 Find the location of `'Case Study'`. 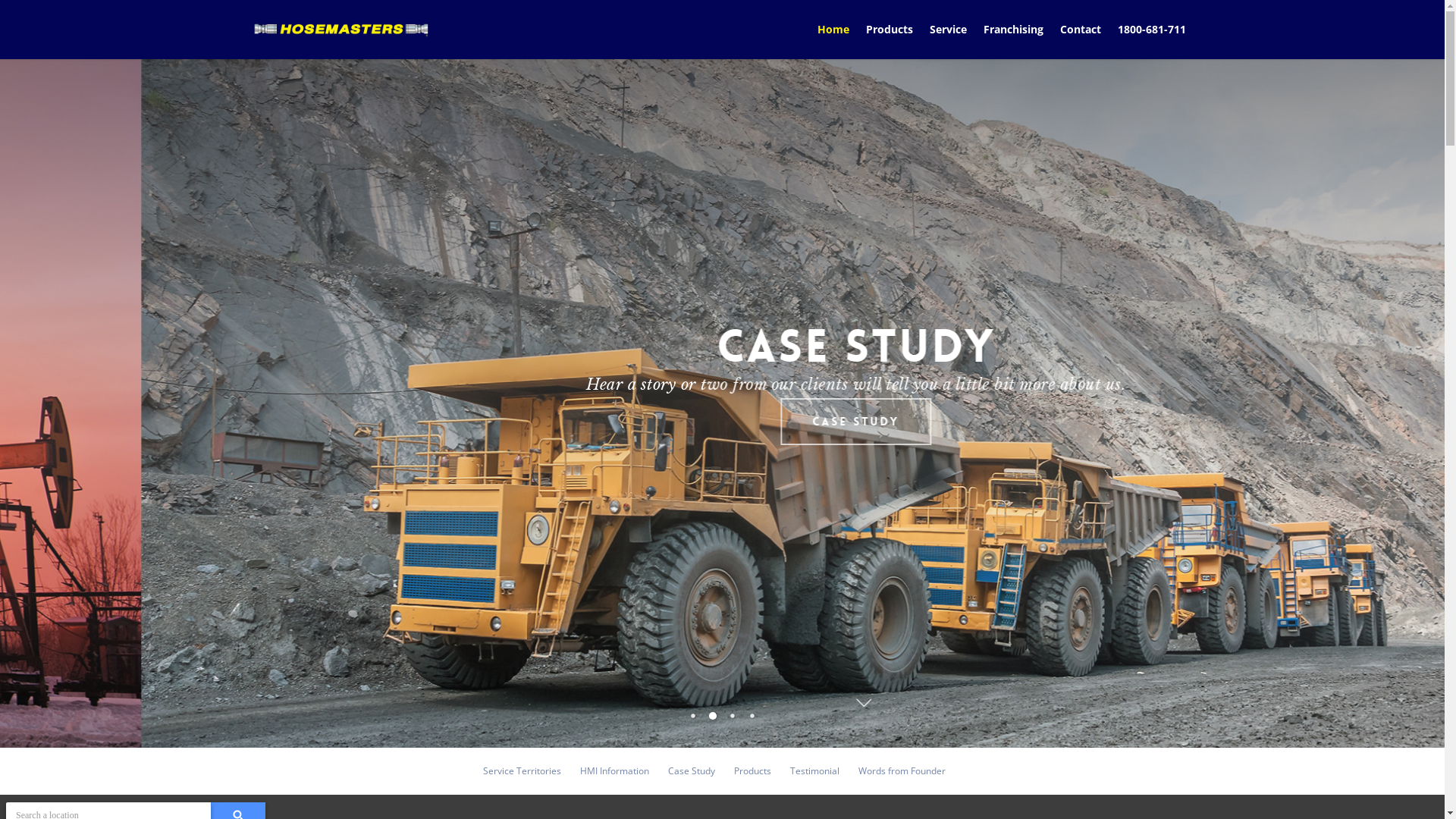

'Case Study' is located at coordinates (691, 771).